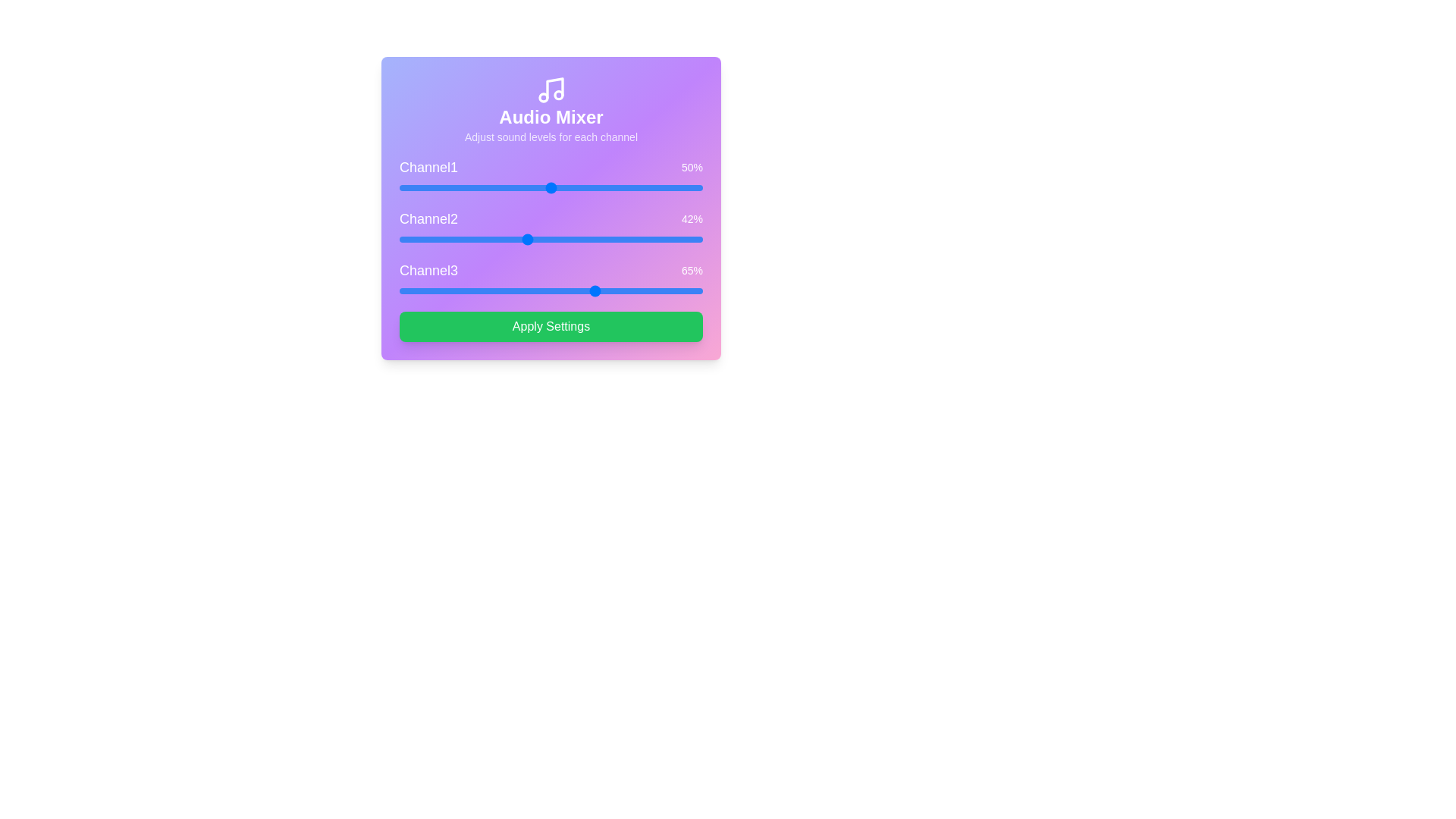  What do you see at coordinates (548, 239) in the screenshot?
I see `the volume of 2 to 49%` at bounding box center [548, 239].